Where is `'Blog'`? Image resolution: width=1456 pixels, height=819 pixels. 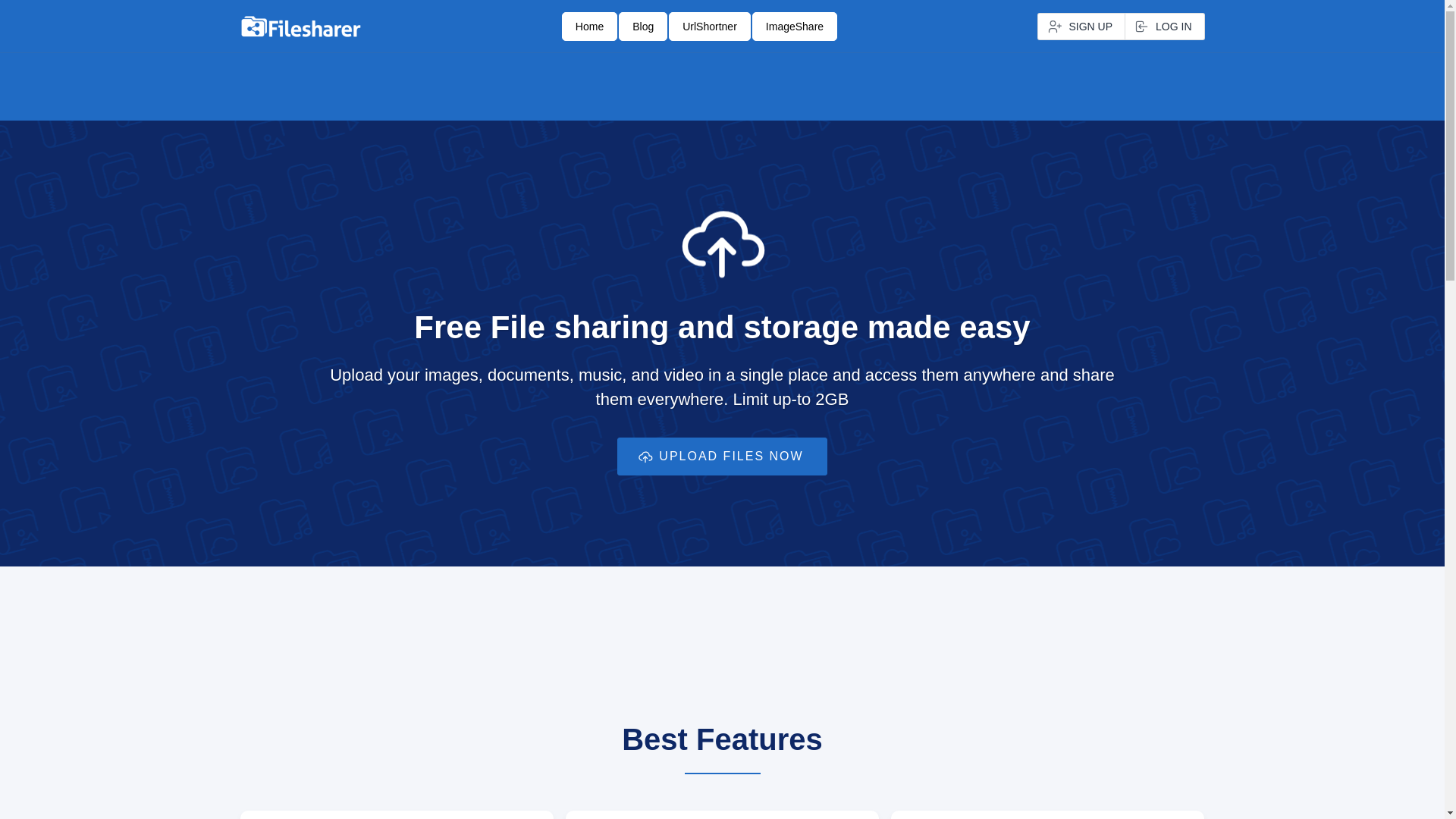
'Blog' is located at coordinates (643, 26).